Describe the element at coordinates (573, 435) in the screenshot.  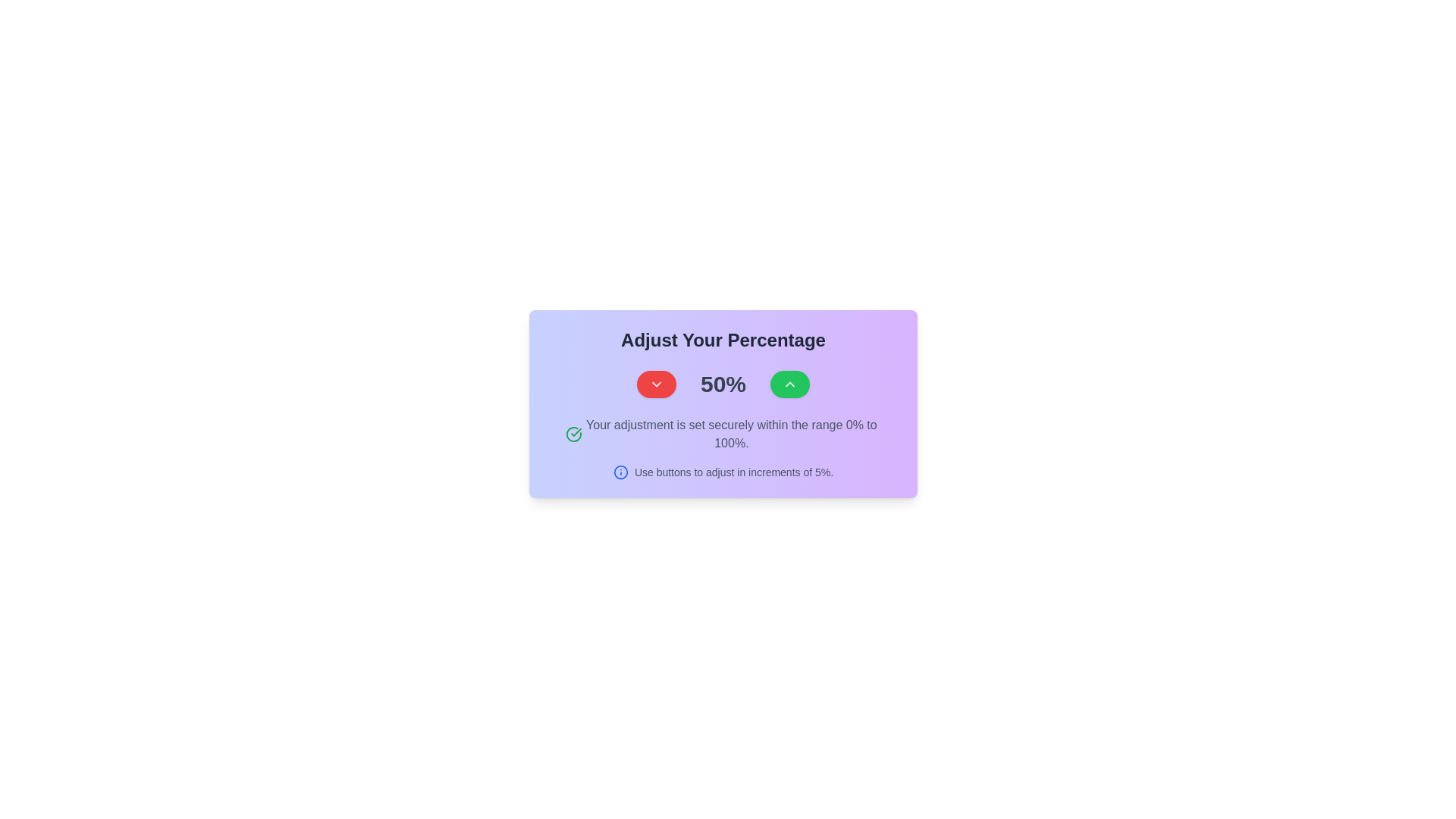
I see `the circular green icon with a checkmark, which indicates confirmation, located to the left of the text 'Your adjustment is set securely within the range 0% to 100%'` at that location.